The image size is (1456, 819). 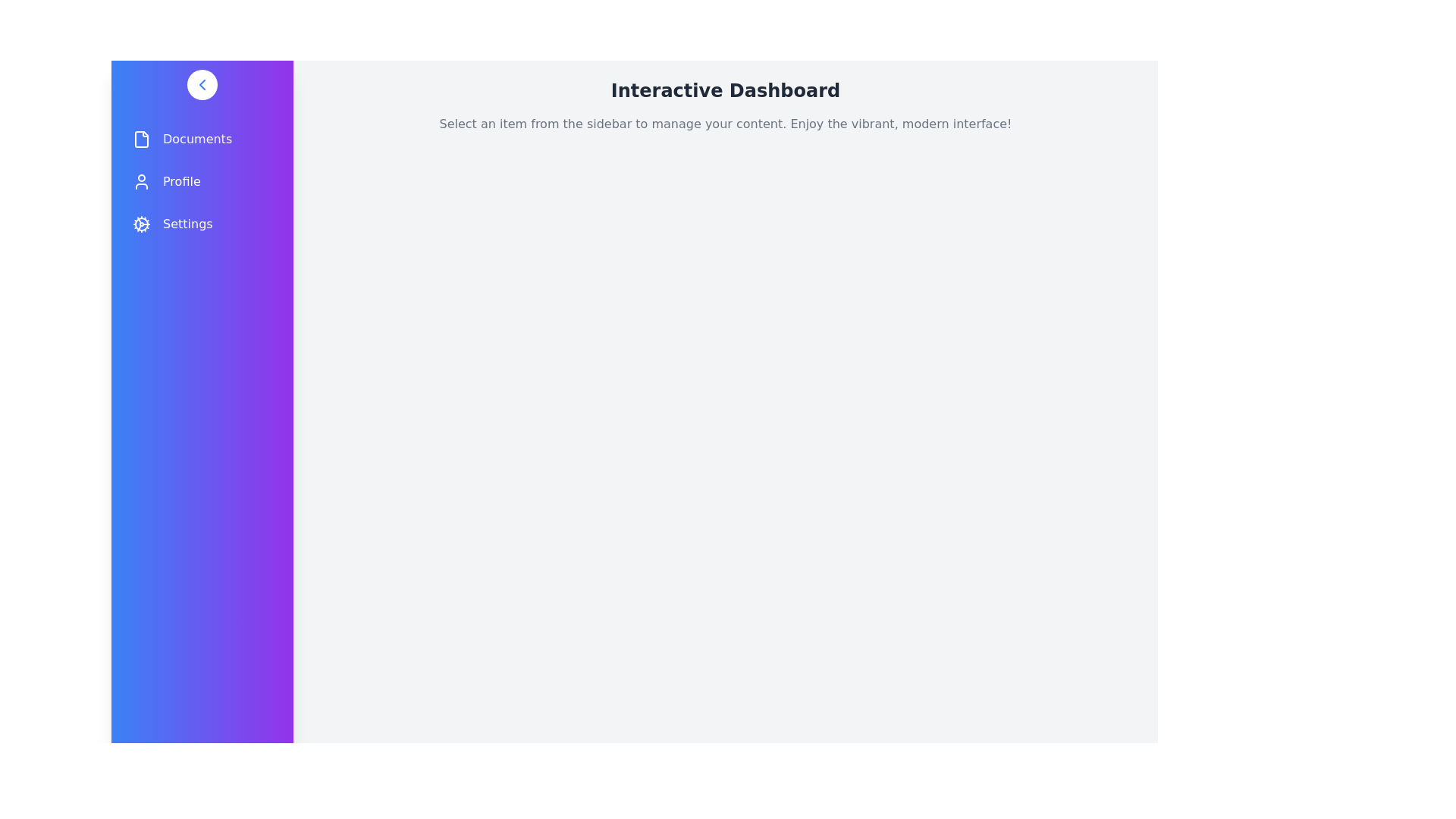 What do you see at coordinates (202, 180) in the screenshot?
I see `the navigation item labeled Profile` at bounding box center [202, 180].